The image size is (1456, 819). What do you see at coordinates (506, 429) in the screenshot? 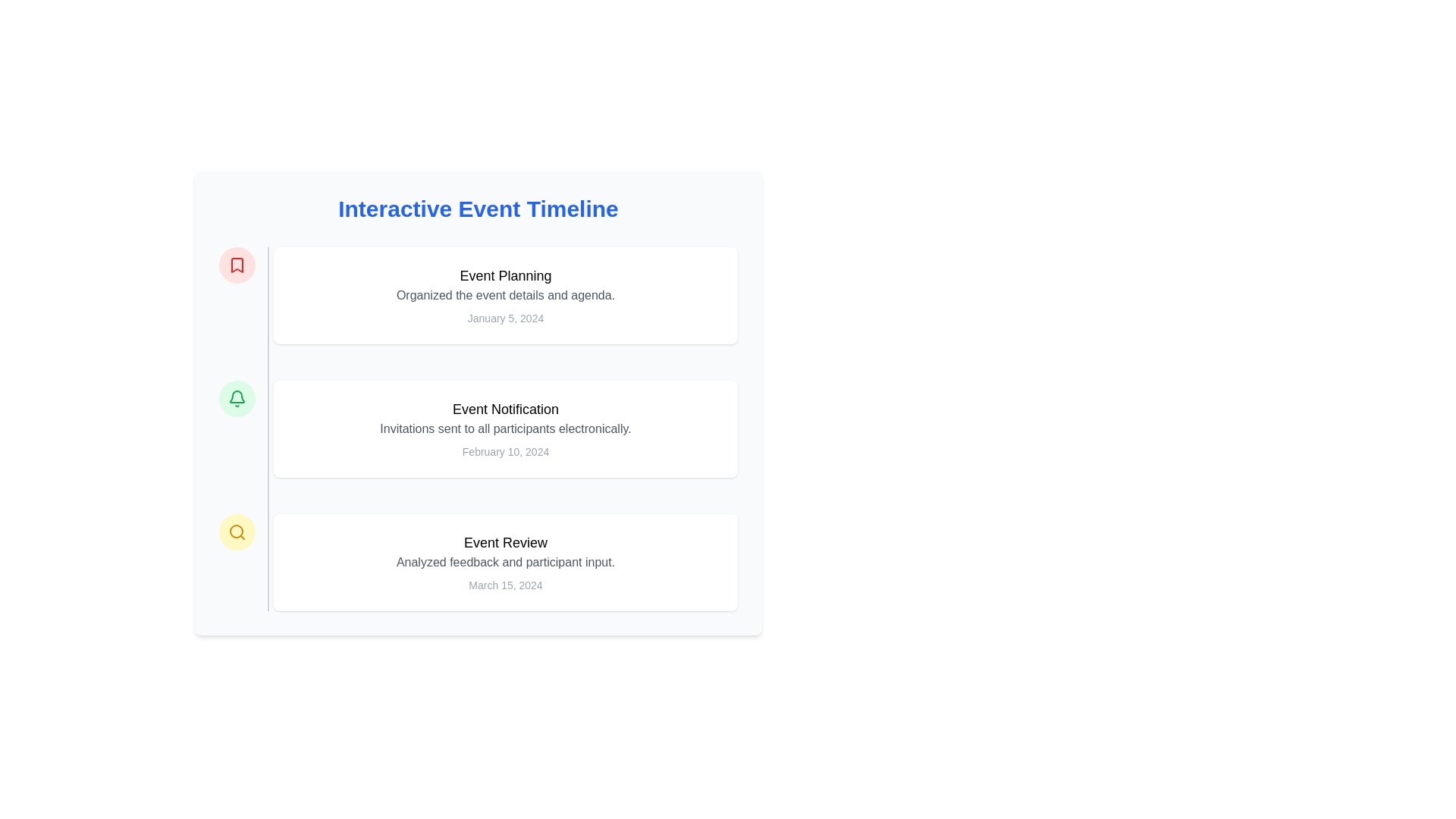
I see `the descriptive text stating 'Invitations sent to all participants electronically,' which is styled in gray and located beneath the heading 'Event Notification.'` at bounding box center [506, 429].